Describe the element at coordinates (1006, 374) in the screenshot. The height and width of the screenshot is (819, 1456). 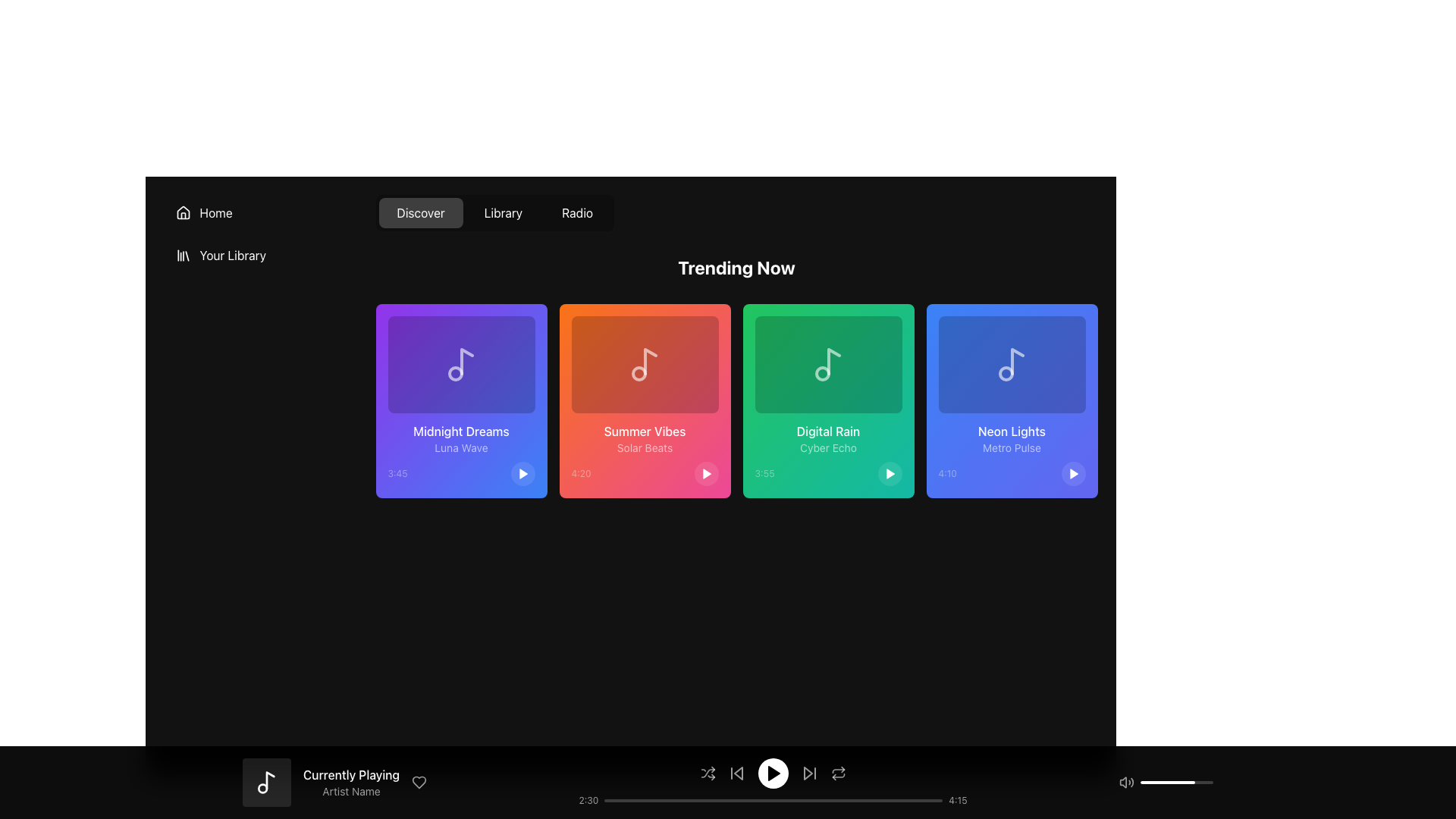
I see `circular SVG element located in the bottom-right quadrant of the music card labeled 'Neon Lights' in the 'Trending Now' section for design details` at that location.